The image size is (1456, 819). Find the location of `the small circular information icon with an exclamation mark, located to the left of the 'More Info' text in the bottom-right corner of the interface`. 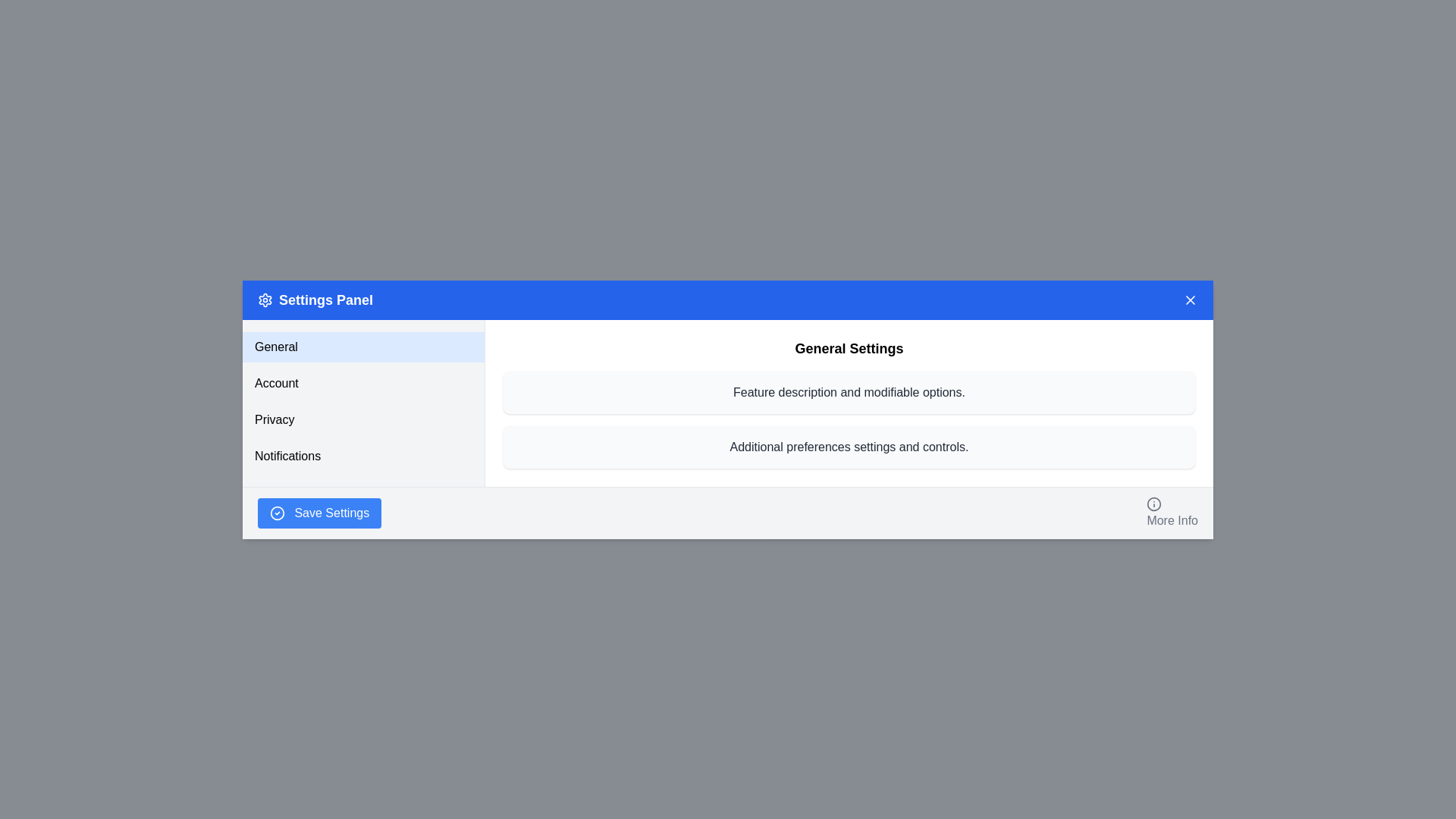

the small circular information icon with an exclamation mark, located to the left of the 'More Info' text in the bottom-right corner of the interface is located at coordinates (1153, 504).